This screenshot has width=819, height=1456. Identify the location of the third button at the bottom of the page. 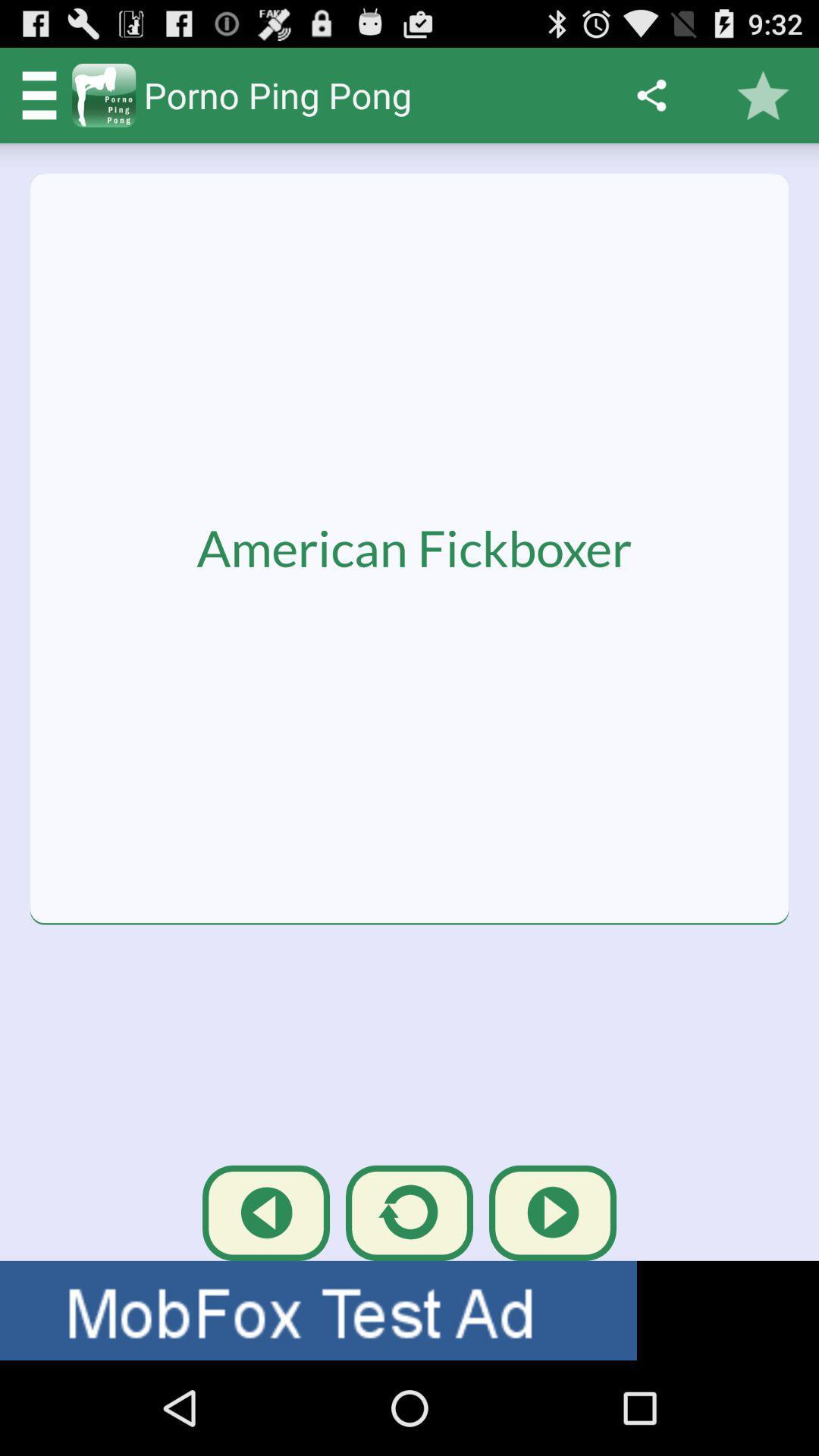
(553, 1212).